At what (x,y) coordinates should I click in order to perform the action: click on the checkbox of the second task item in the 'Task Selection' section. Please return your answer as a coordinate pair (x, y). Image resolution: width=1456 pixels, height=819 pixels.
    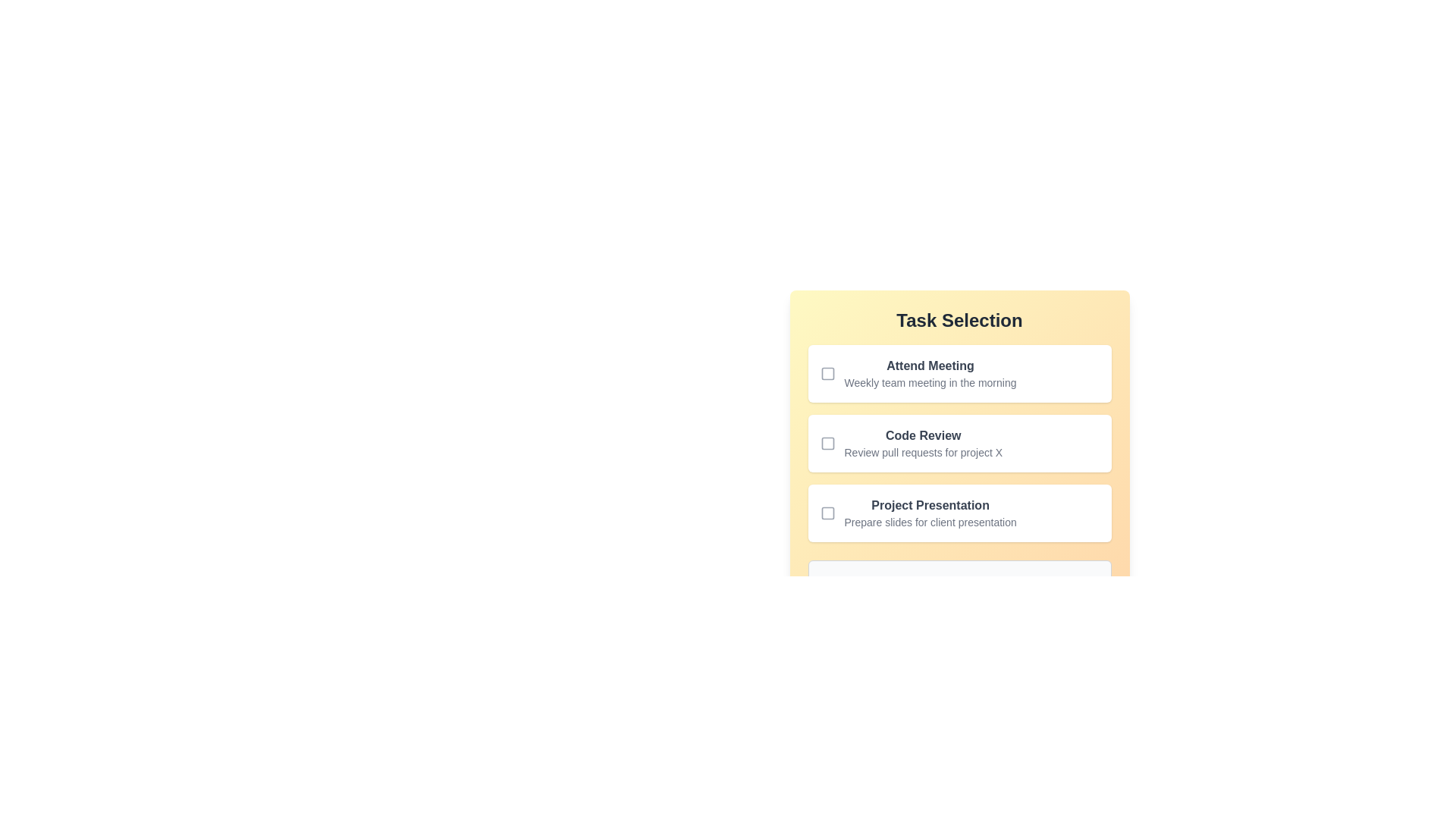
    Looking at the image, I should click on (959, 444).